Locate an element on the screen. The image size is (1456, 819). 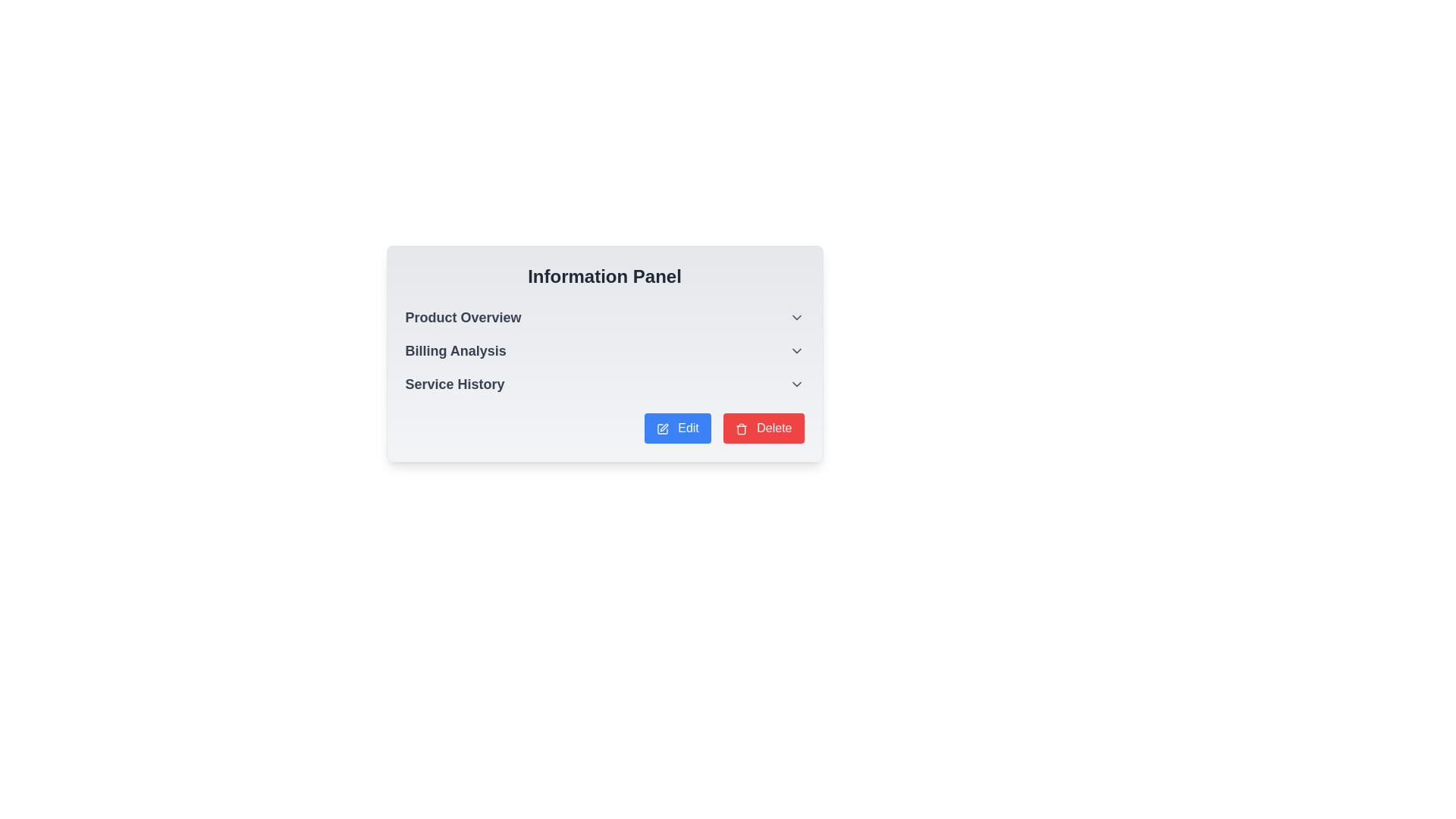
the downwards-pointing gray chevron icon next to 'Billing Analysis' is located at coordinates (795, 350).